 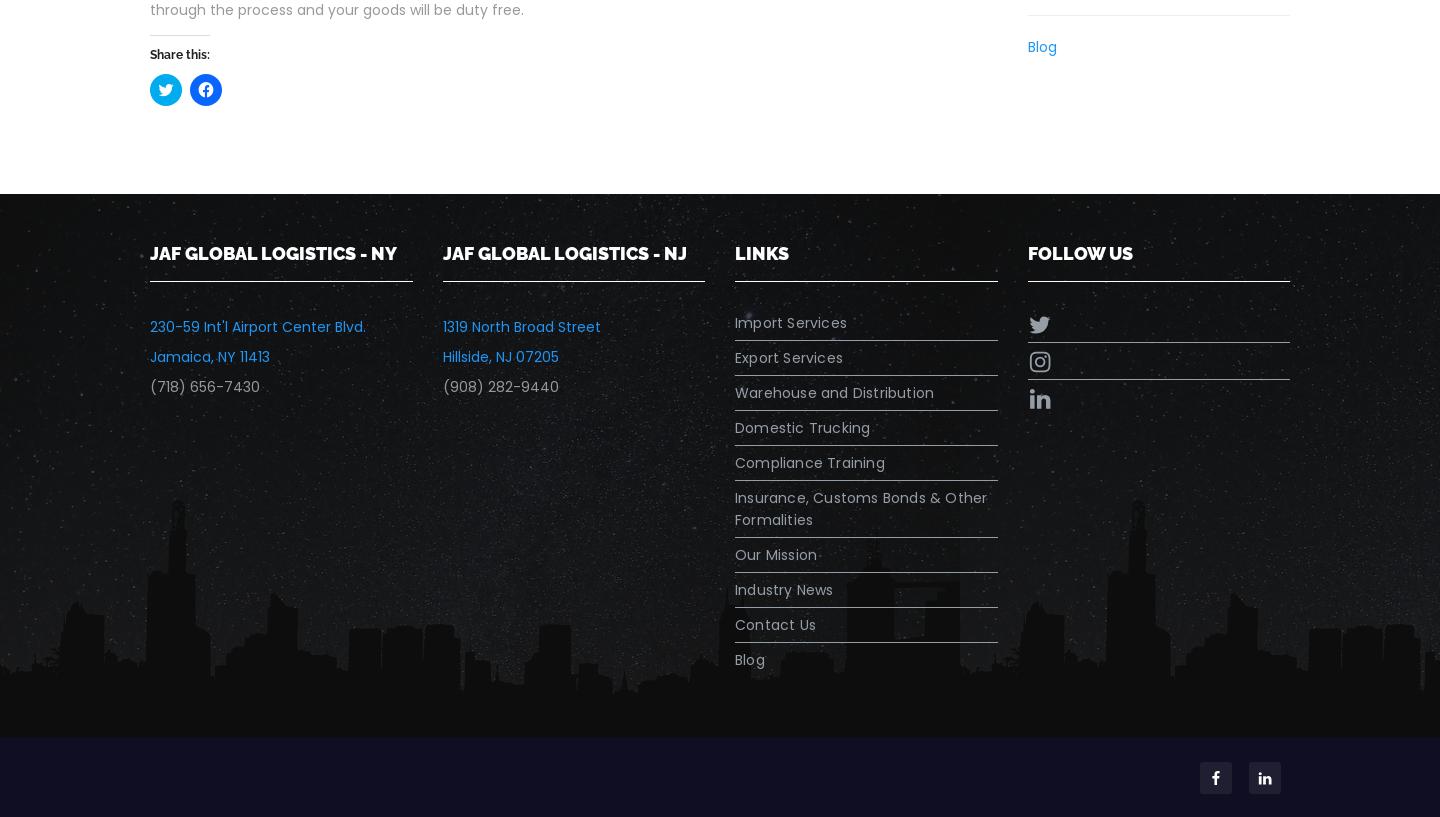 What do you see at coordinates (733, 253) in the screenshot?
I see `'Links'` at bounding box center [733, 253].